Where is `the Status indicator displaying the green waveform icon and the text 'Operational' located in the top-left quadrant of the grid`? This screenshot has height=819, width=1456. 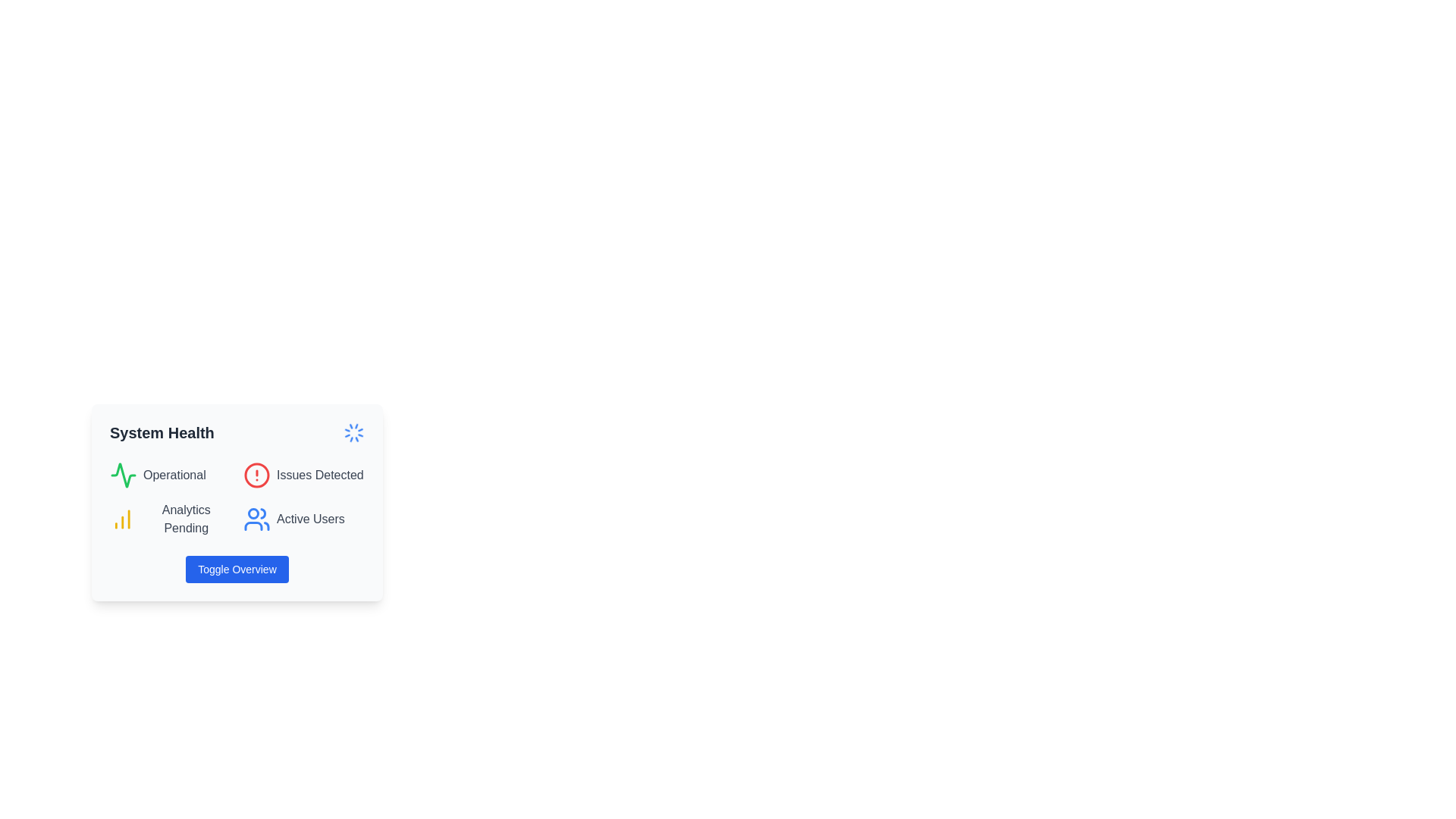
the Status indicator displaying the green waveform icon and the text 'Operational' located in the top-left quadrant of the grid is located at coordinates (171, 475).